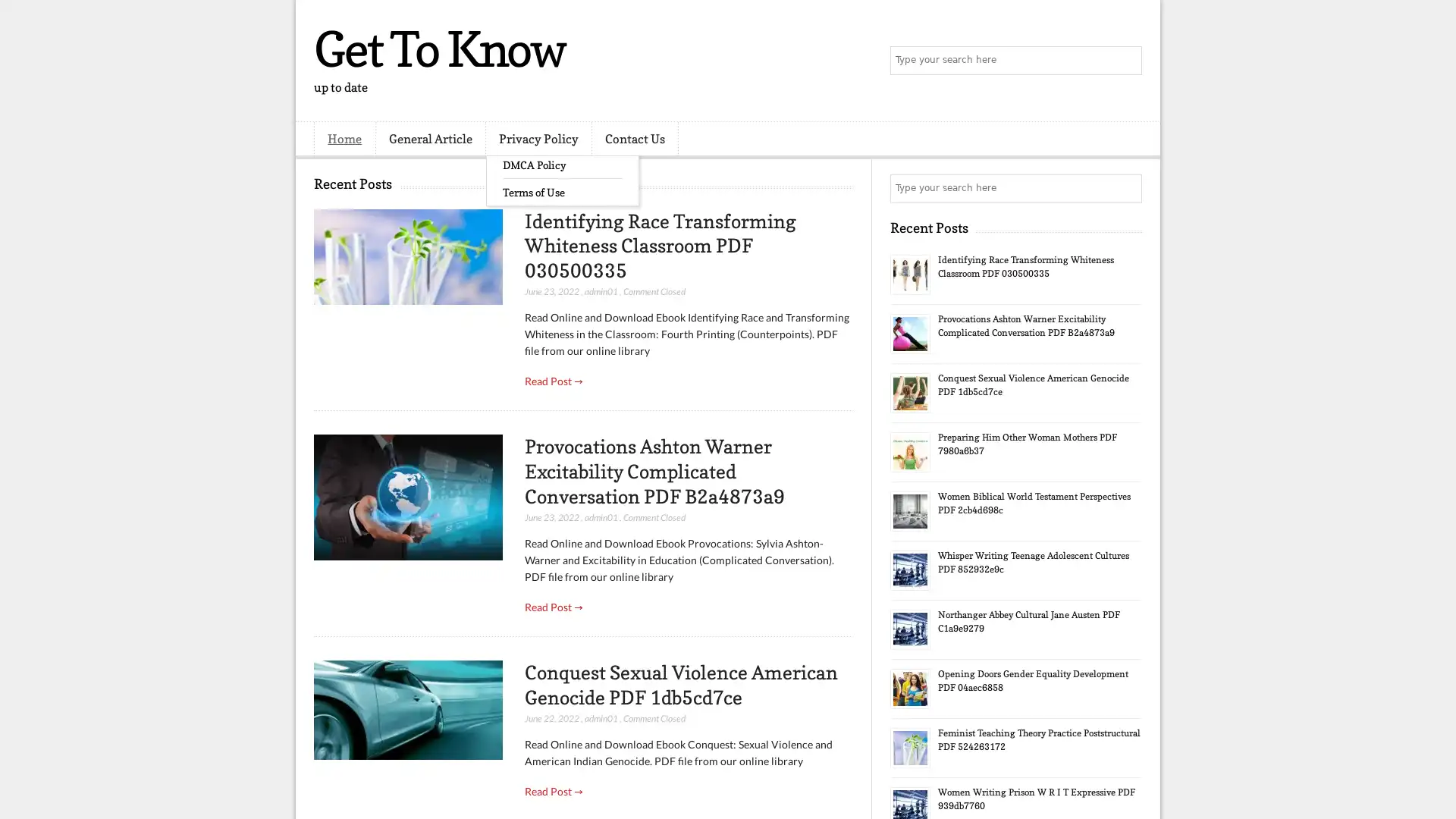 This screenshot has width=1456, height=819. What do you see at coordinates (1126, 61) in the screenshot?
I see `Search` at bounding box center [1126, 61].